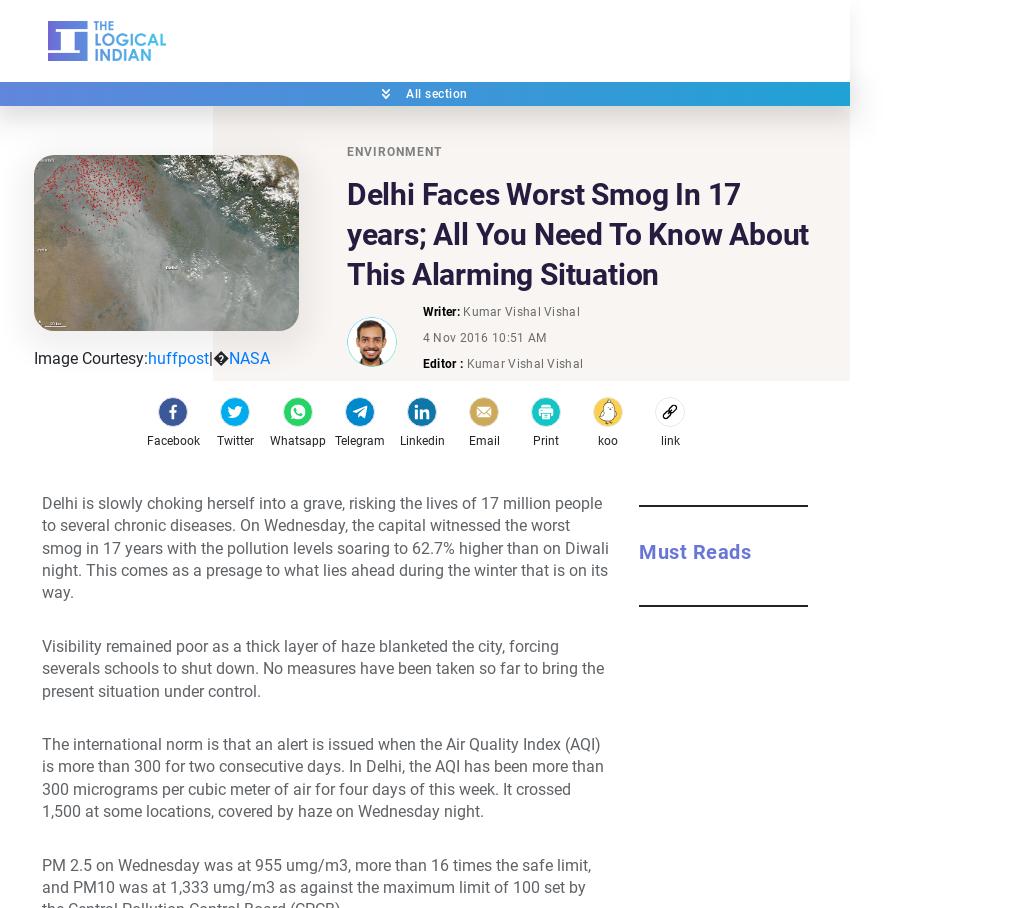 This screenshot has height=908, width=1014. I want to click on 'Environment', so click(392, 151).